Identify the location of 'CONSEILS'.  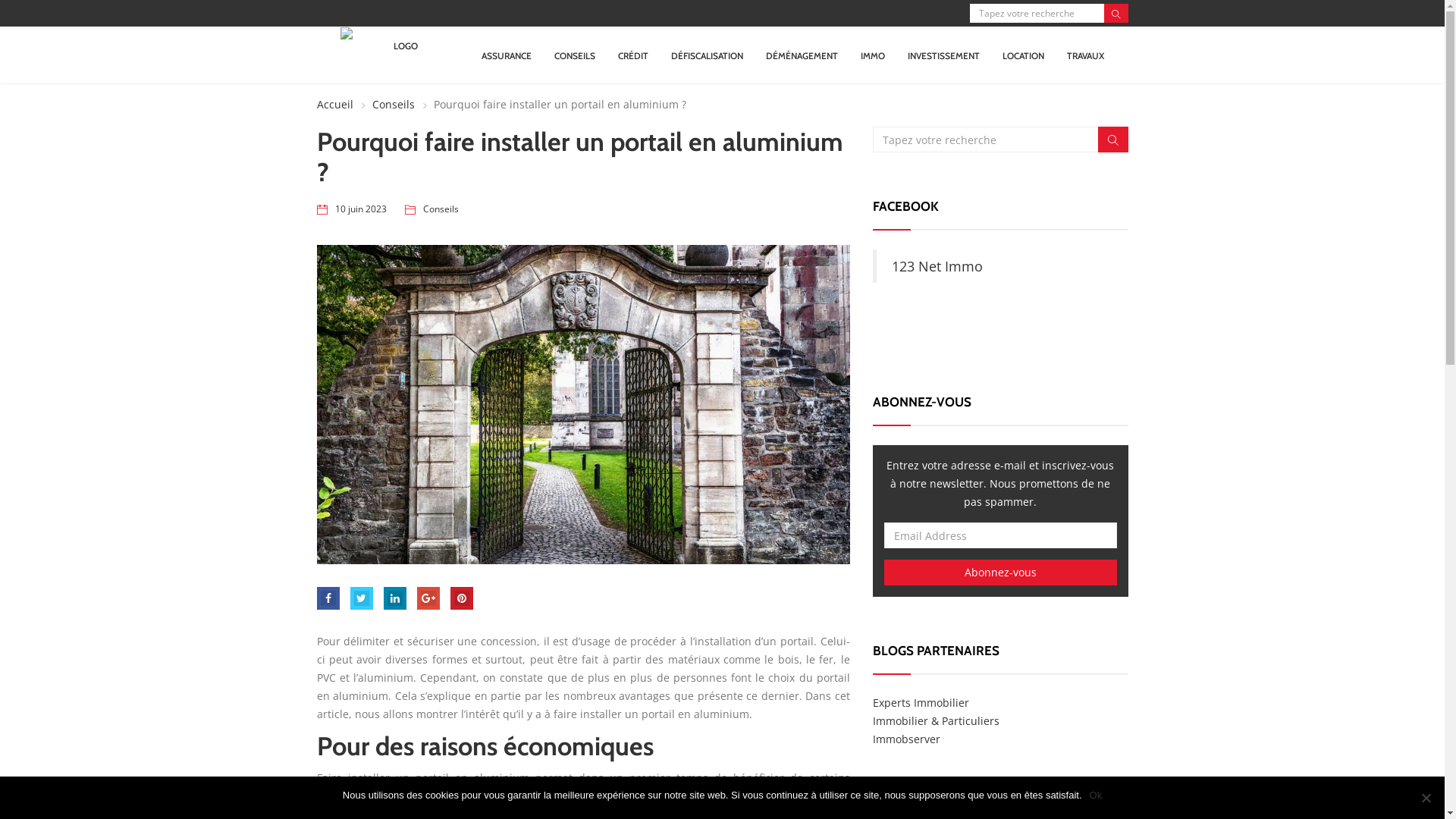
(574, 55).